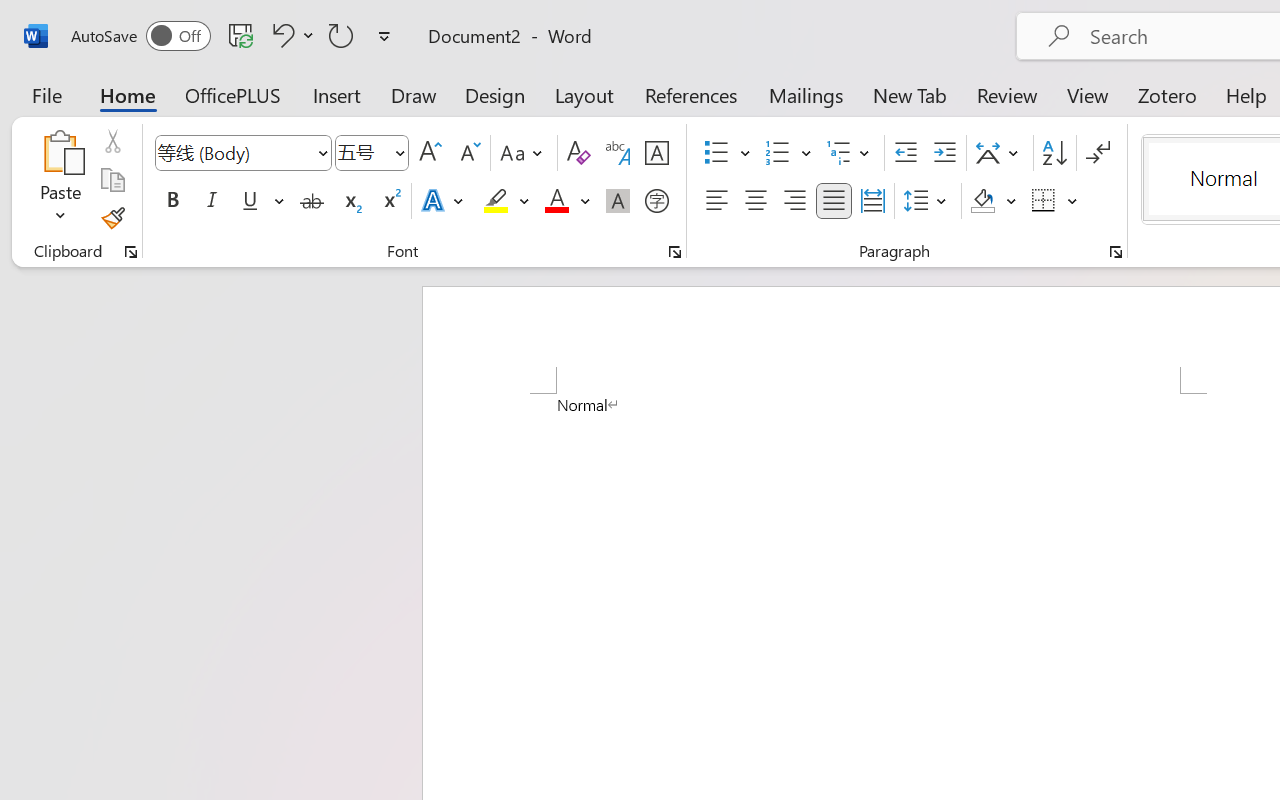 This screenshot has height=800, width=1280. What do you see at coordinates (909, 94) in the screenshot?
I see `'New Tab'` at bounding box center [909, 94].